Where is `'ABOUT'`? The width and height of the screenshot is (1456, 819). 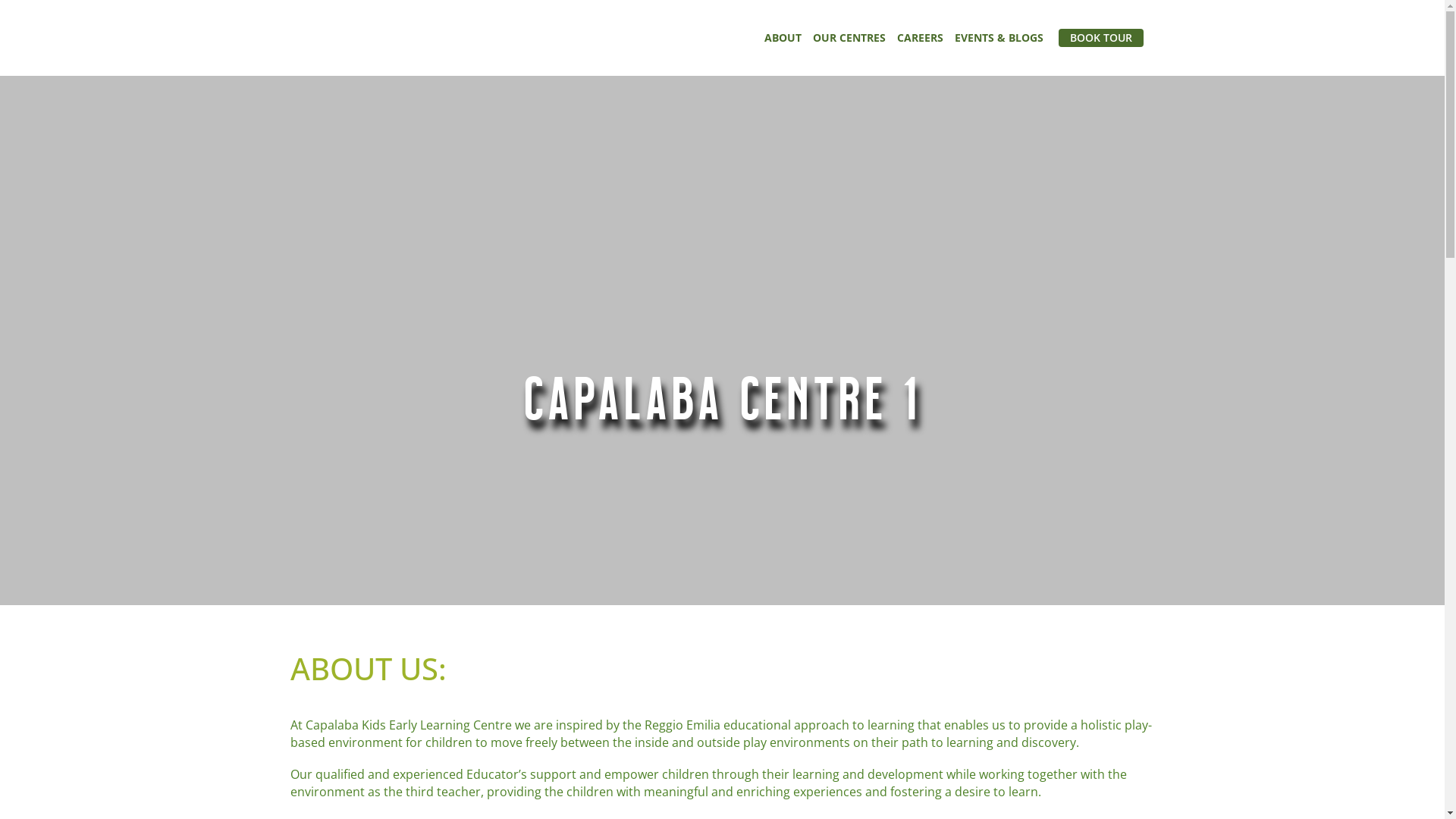
'ABOUT' is located at coordinates (783, 37).